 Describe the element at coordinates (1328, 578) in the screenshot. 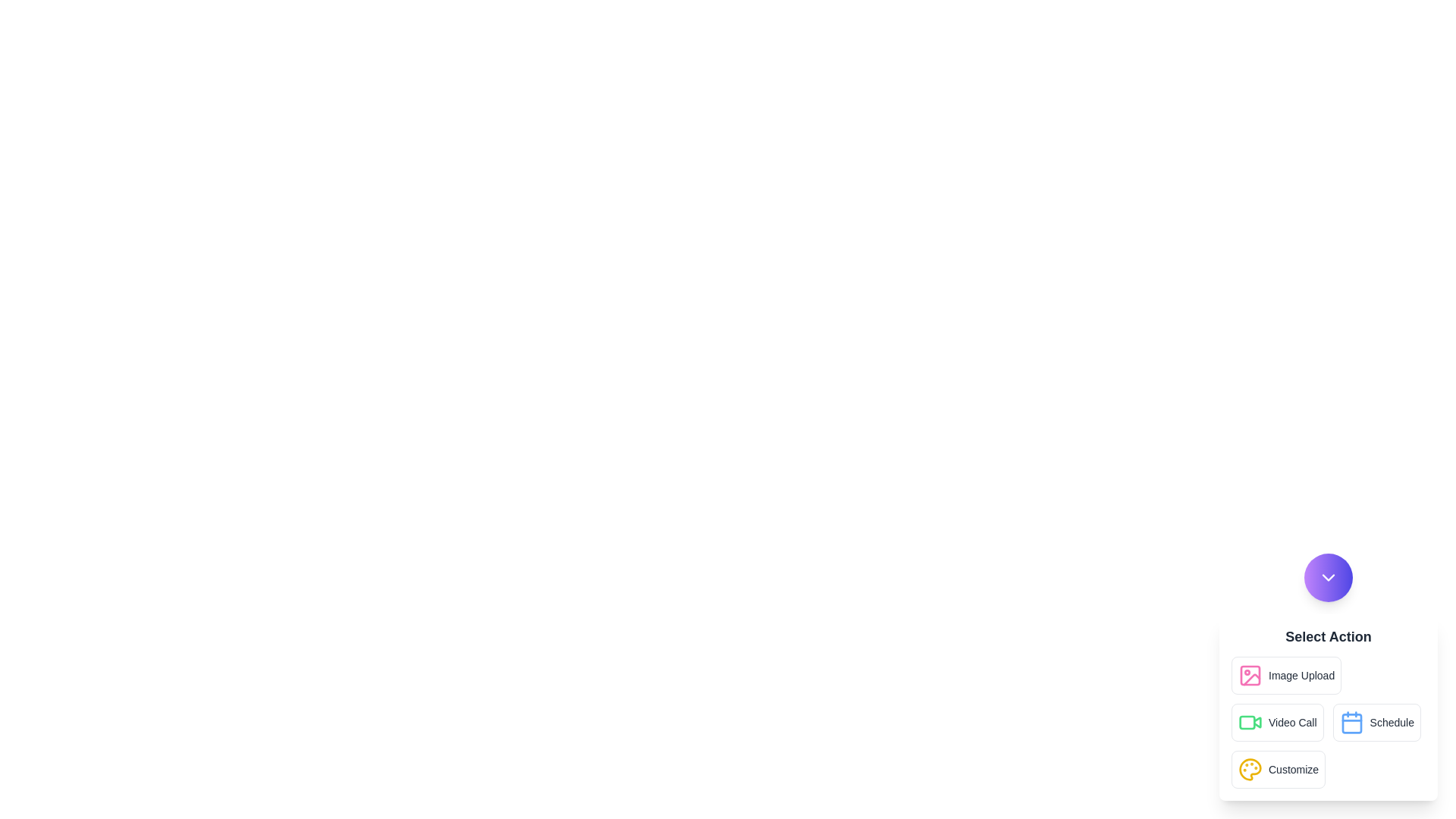

I see `the chevron icon in the circular button at the bottom-right corner of the interface` at that location.